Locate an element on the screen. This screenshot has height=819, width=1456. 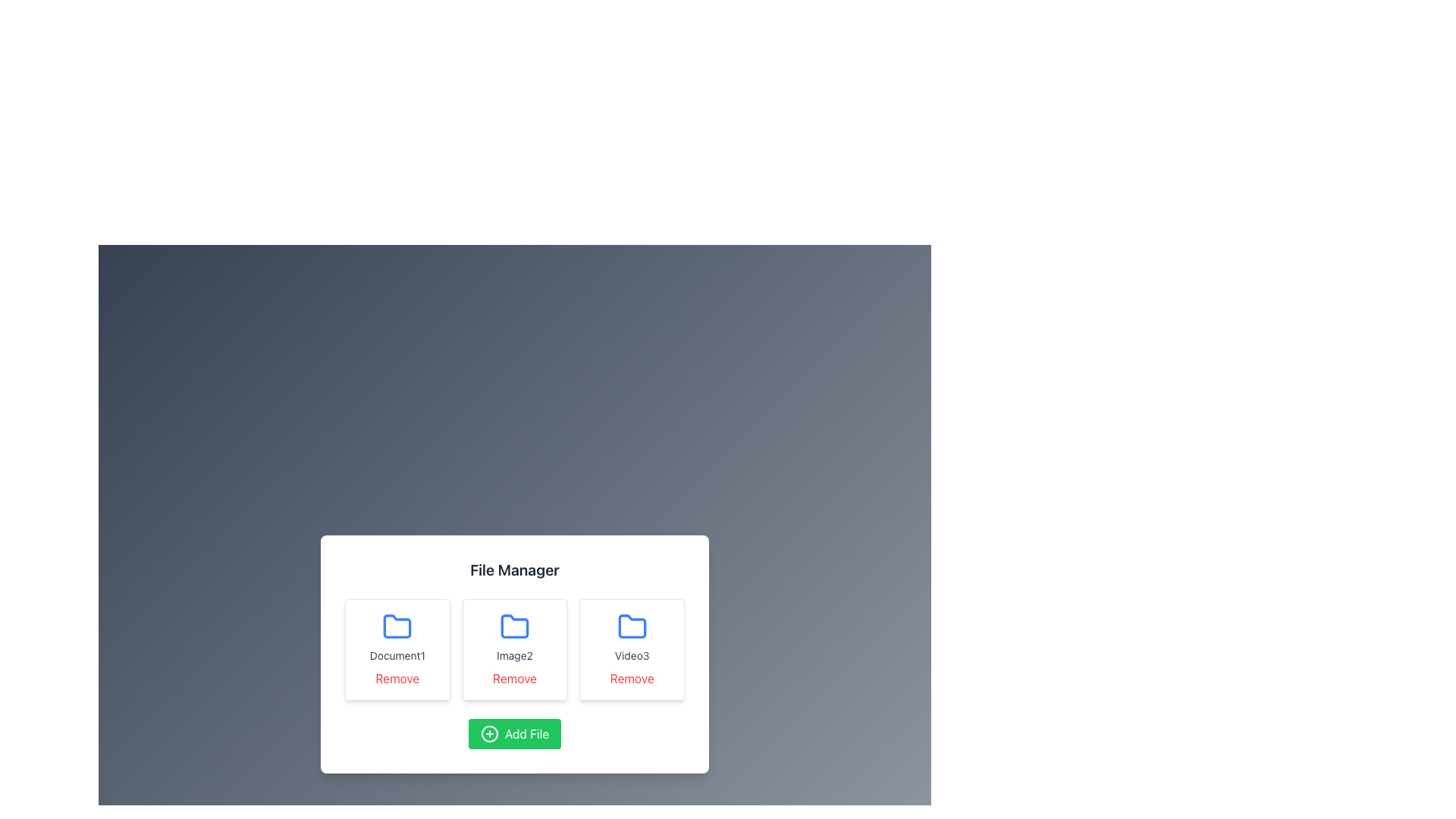
the icon or label of the second file item in the grid layout of the 'File Manager' interface, which is positioned between 'Document1' and 'Video3' is located at coordinates (514, 648).